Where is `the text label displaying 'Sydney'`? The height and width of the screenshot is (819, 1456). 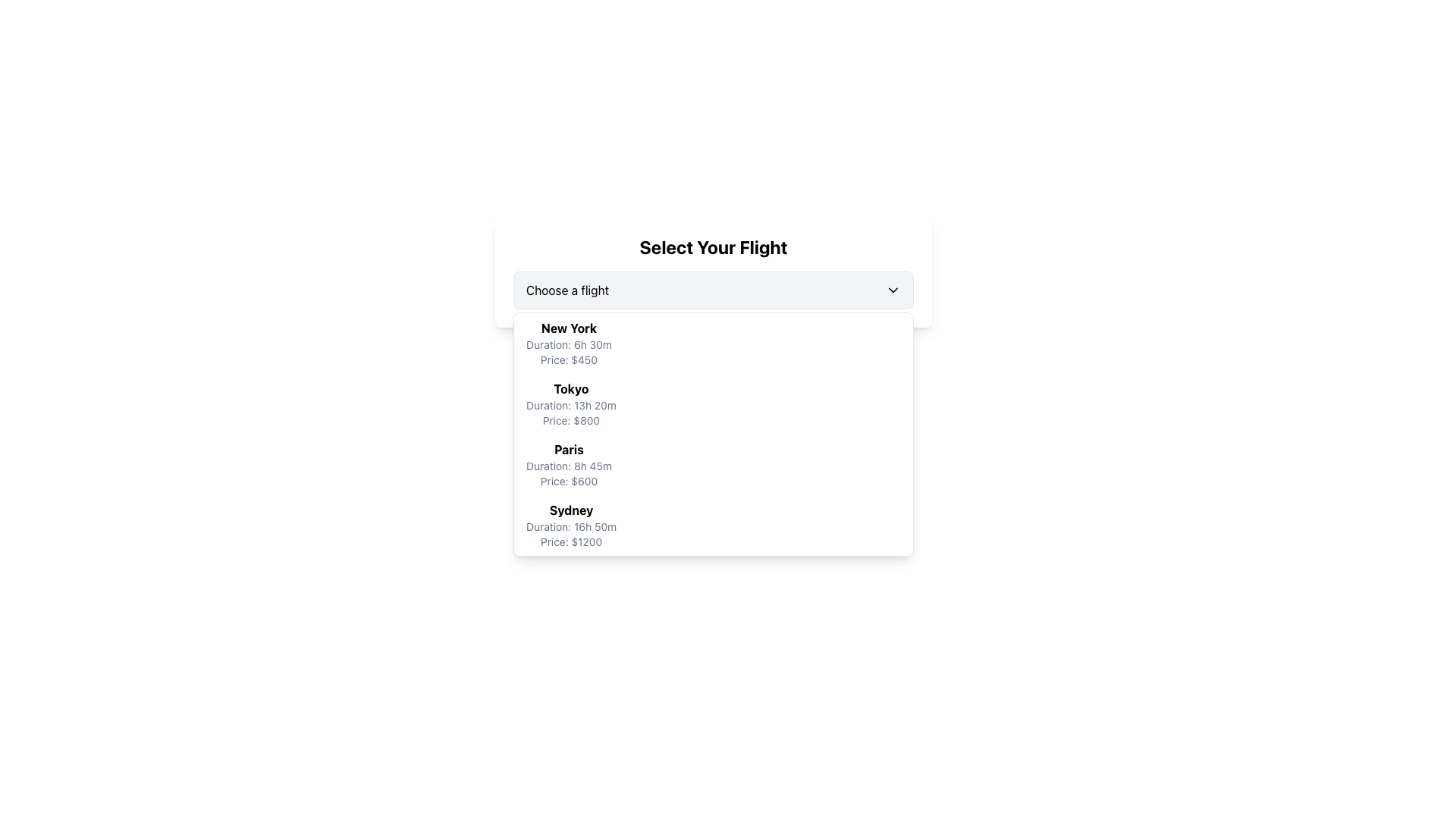
the text label displaying 'Sydney' is located at coordinates (570, 510).